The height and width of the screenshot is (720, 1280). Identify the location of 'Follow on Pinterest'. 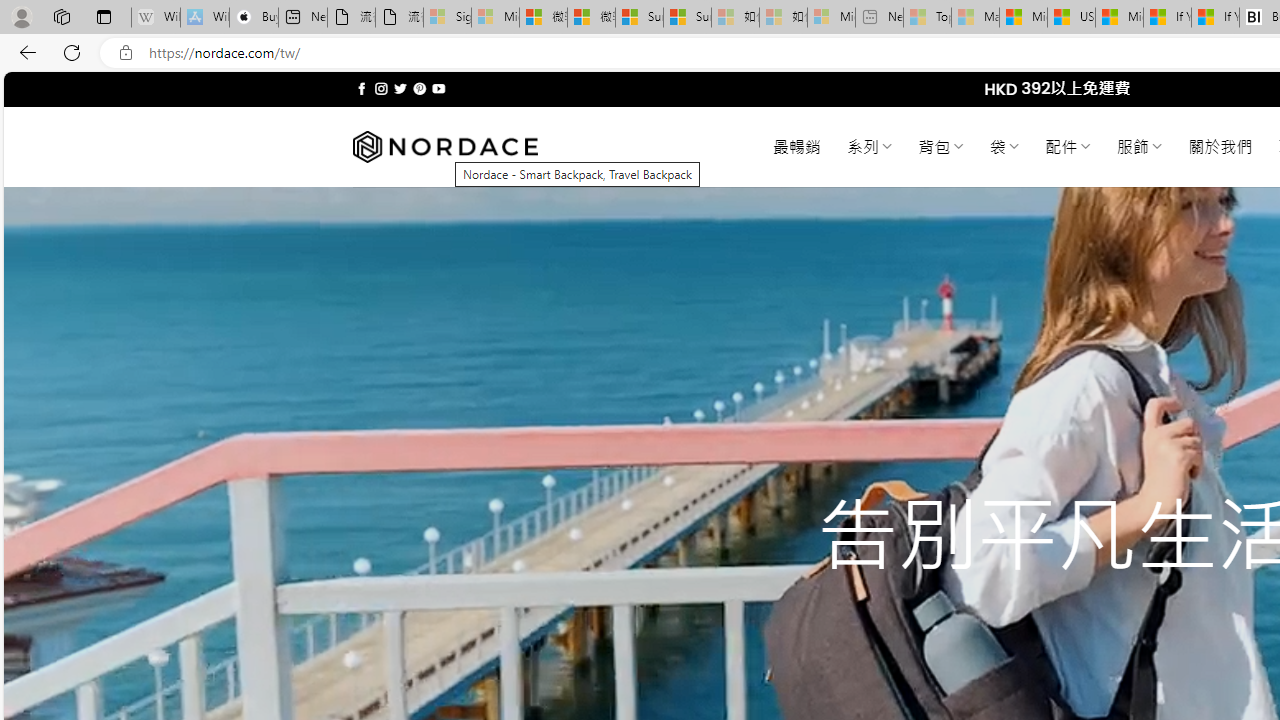
(418, 88).